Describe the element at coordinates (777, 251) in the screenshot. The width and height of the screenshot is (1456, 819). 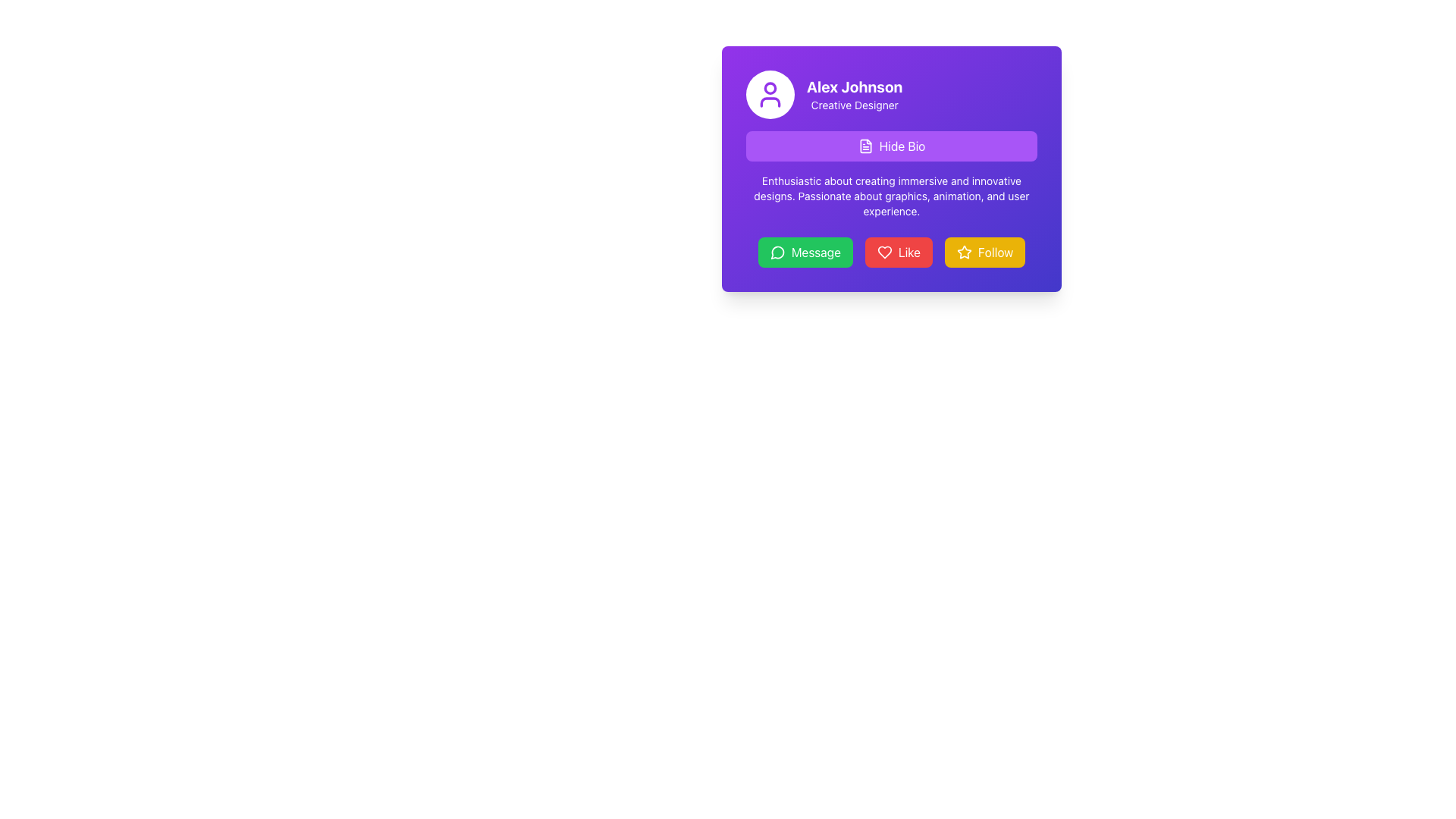
I see `the speech bubble icon within the green 'Message' button located on the left side of the action buttons at the bottom of the user profile interface` at that location.